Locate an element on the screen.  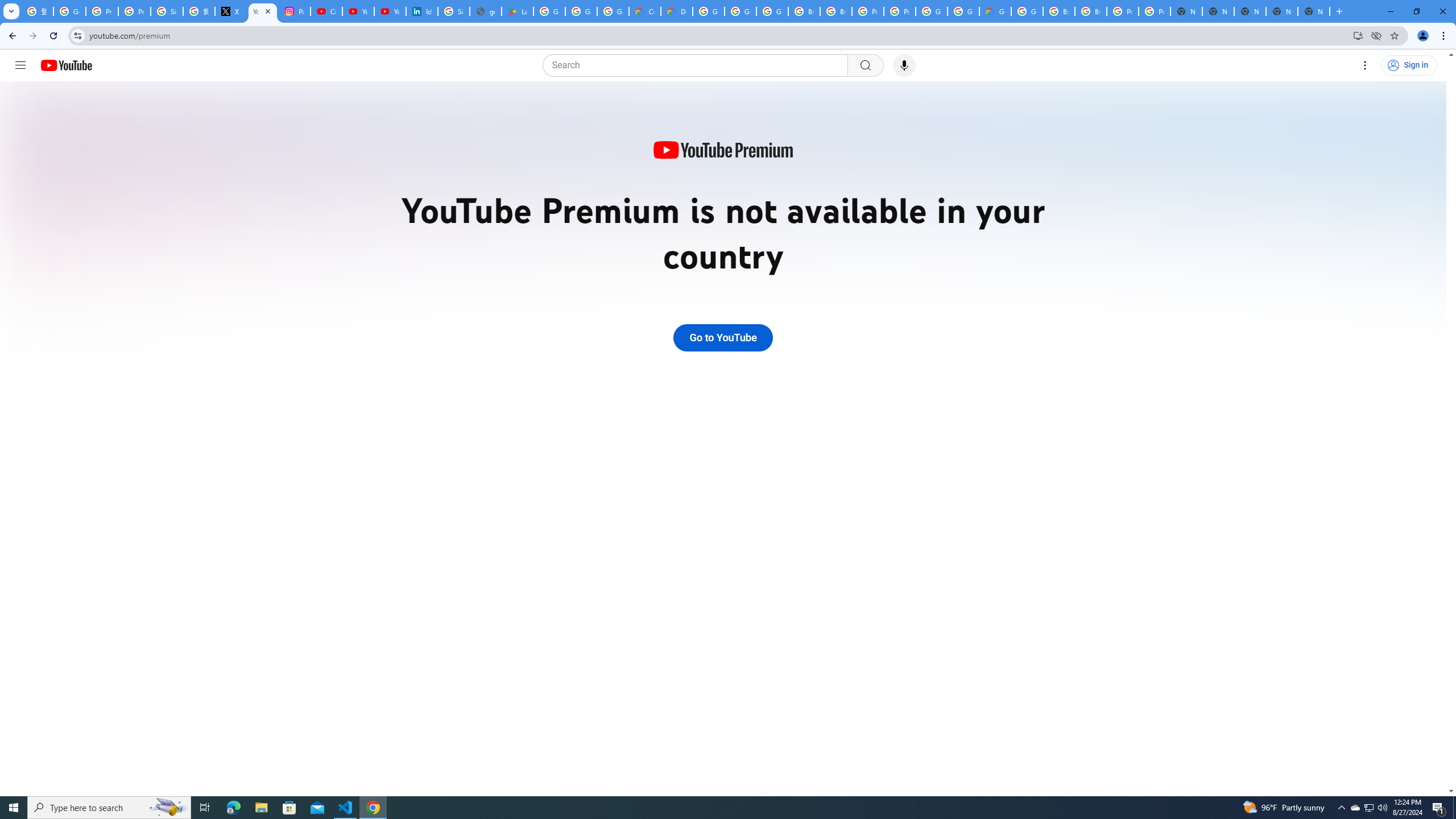
'Install YouTube' is located at coordinates (1358, 35).